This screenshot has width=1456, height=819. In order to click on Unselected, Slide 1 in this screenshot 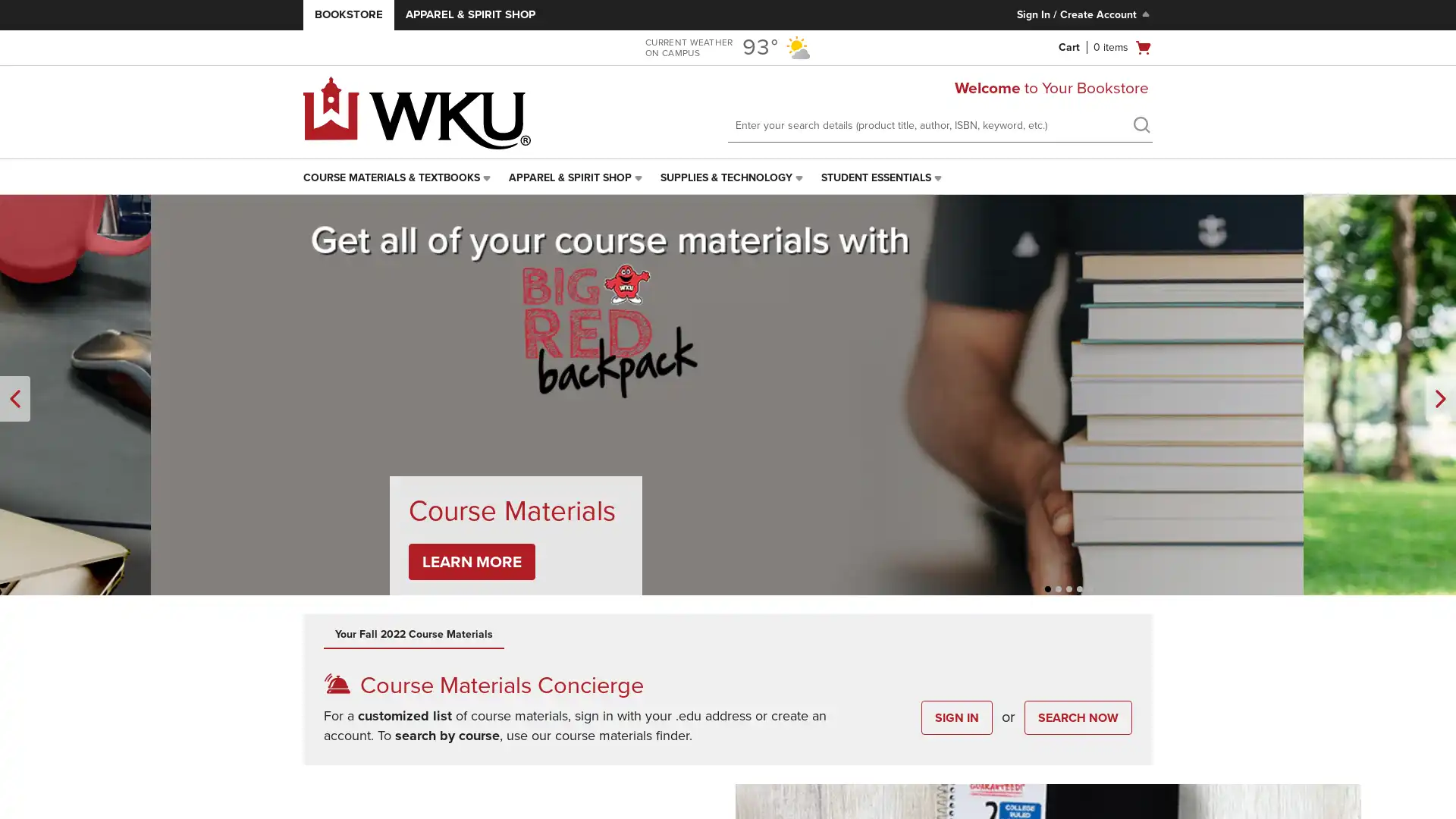, I will do `click(1047, 588)`.